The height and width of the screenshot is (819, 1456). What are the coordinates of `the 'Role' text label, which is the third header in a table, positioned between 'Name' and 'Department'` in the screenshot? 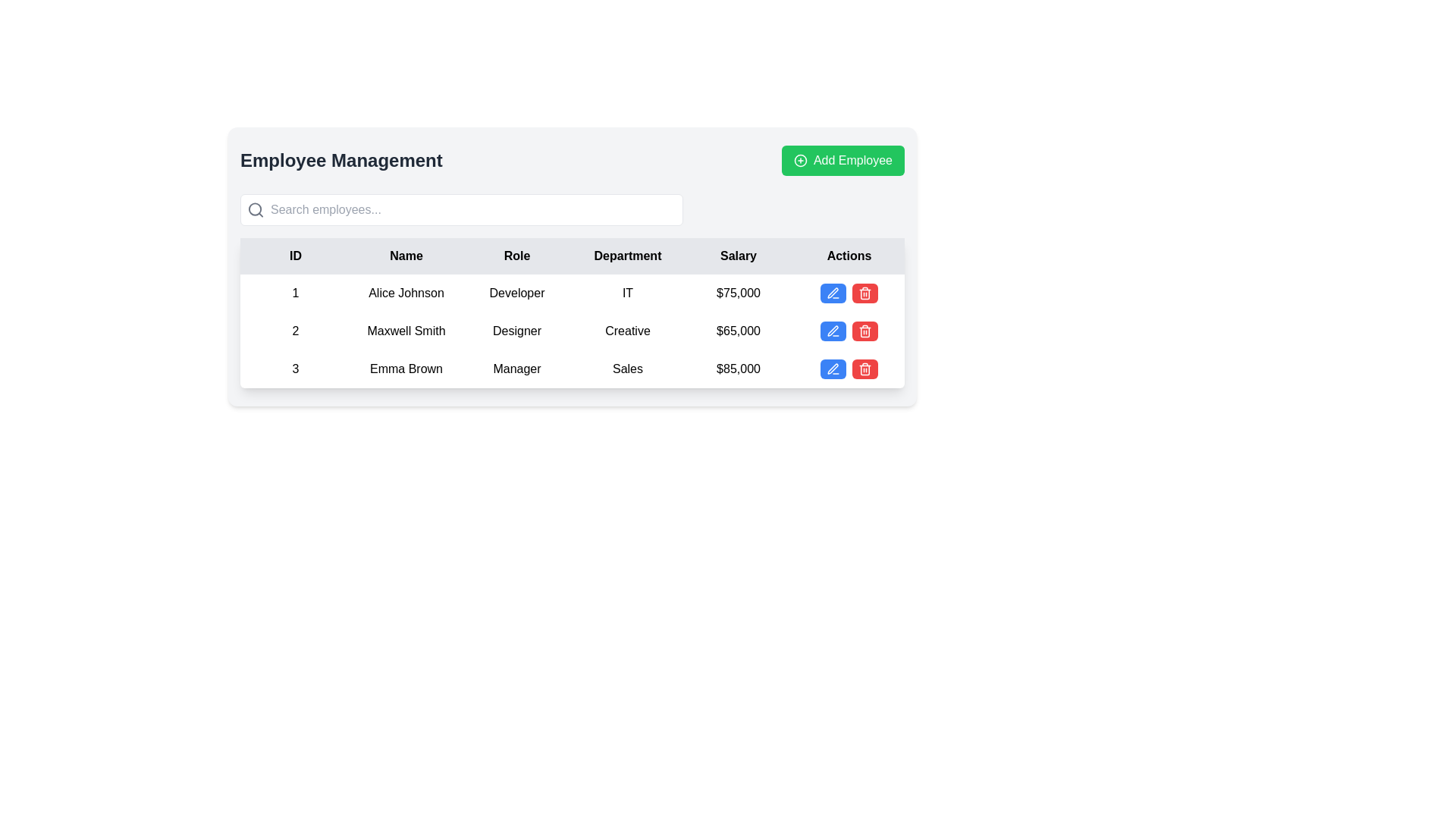 It's located at (516, 256).